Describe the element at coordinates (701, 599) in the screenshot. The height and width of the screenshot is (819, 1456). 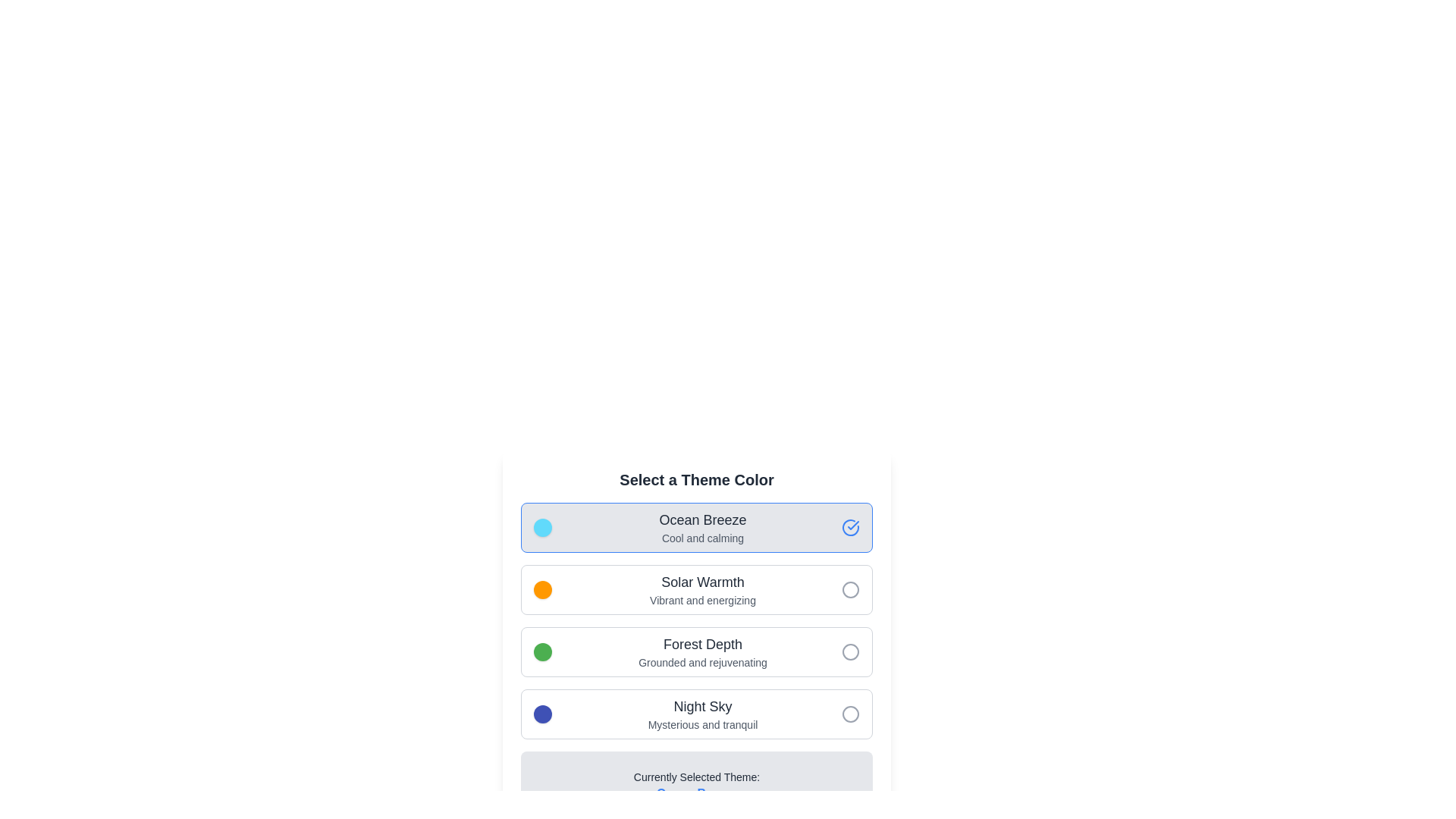
I see `the descriptive caption or subtitle for the 'Solar Warmth' theme option, which is located below the title 'Solar Warmth' and slightly to the right of a circular orange indicator` at that location.